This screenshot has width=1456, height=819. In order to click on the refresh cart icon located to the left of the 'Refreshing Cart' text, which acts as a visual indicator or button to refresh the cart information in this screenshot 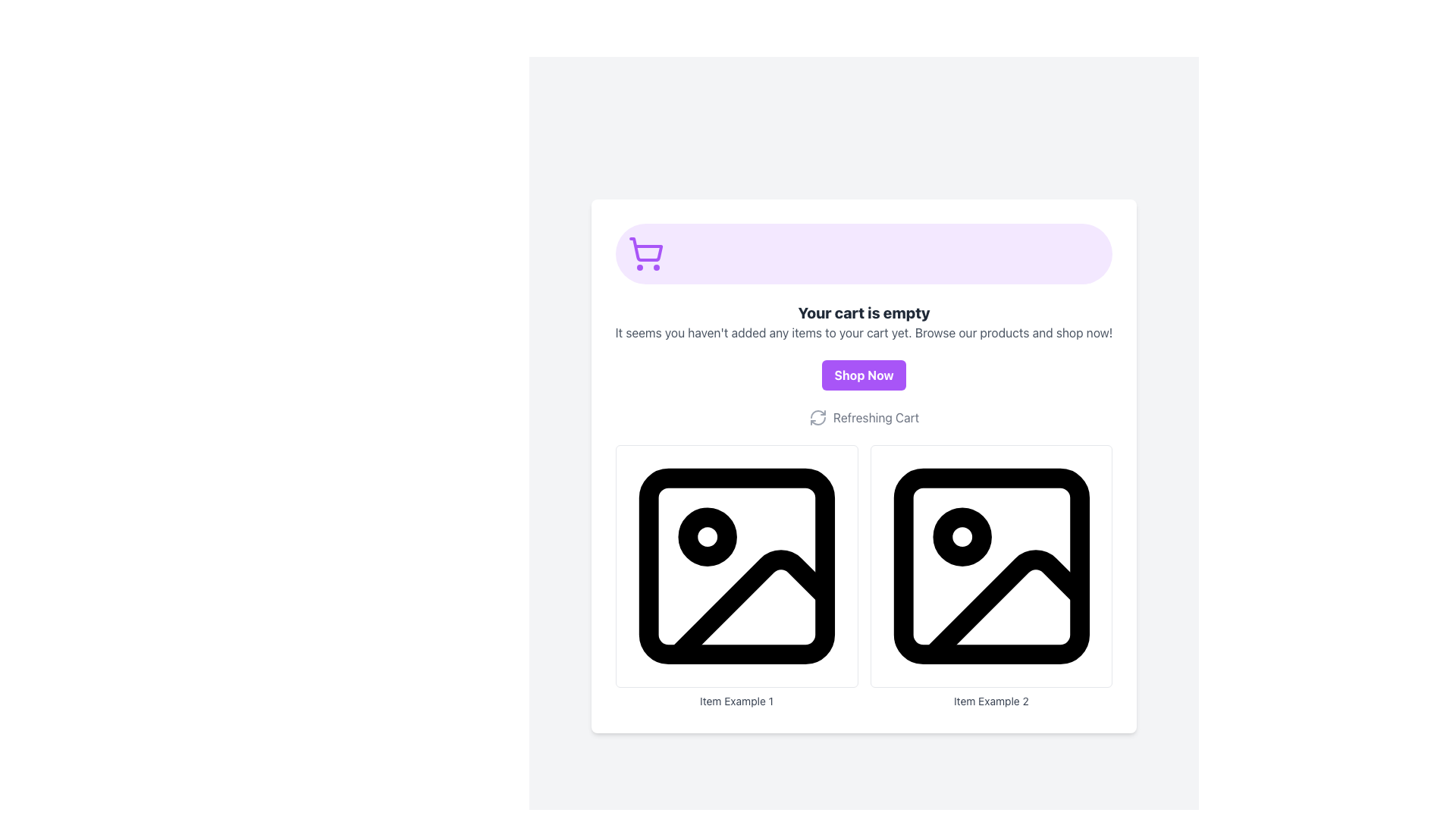, I will do `click(817, 418)`.